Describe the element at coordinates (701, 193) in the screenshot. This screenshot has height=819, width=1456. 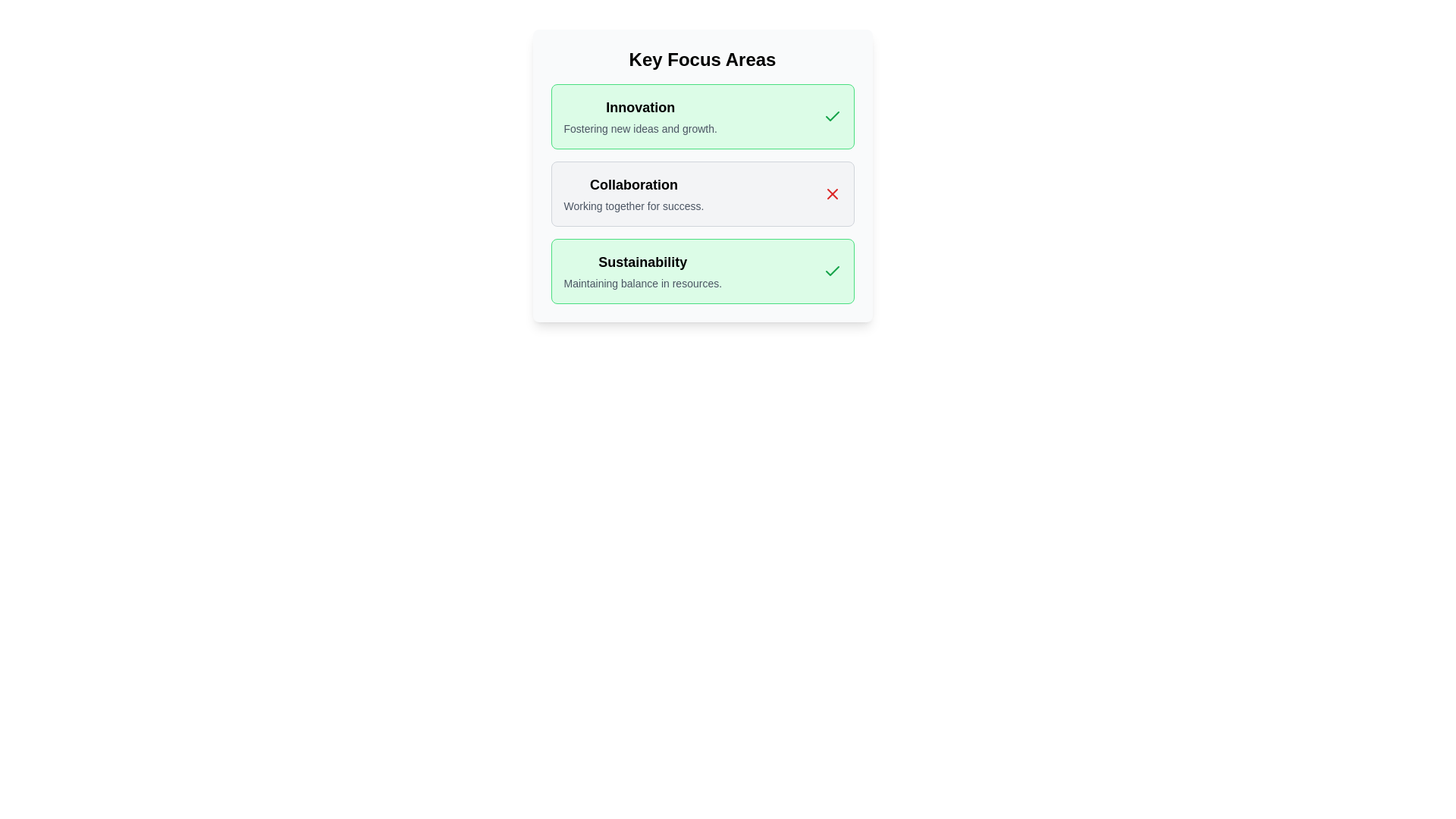
I see `the chip labeled Collaboration to observe the hover effect` at that location.